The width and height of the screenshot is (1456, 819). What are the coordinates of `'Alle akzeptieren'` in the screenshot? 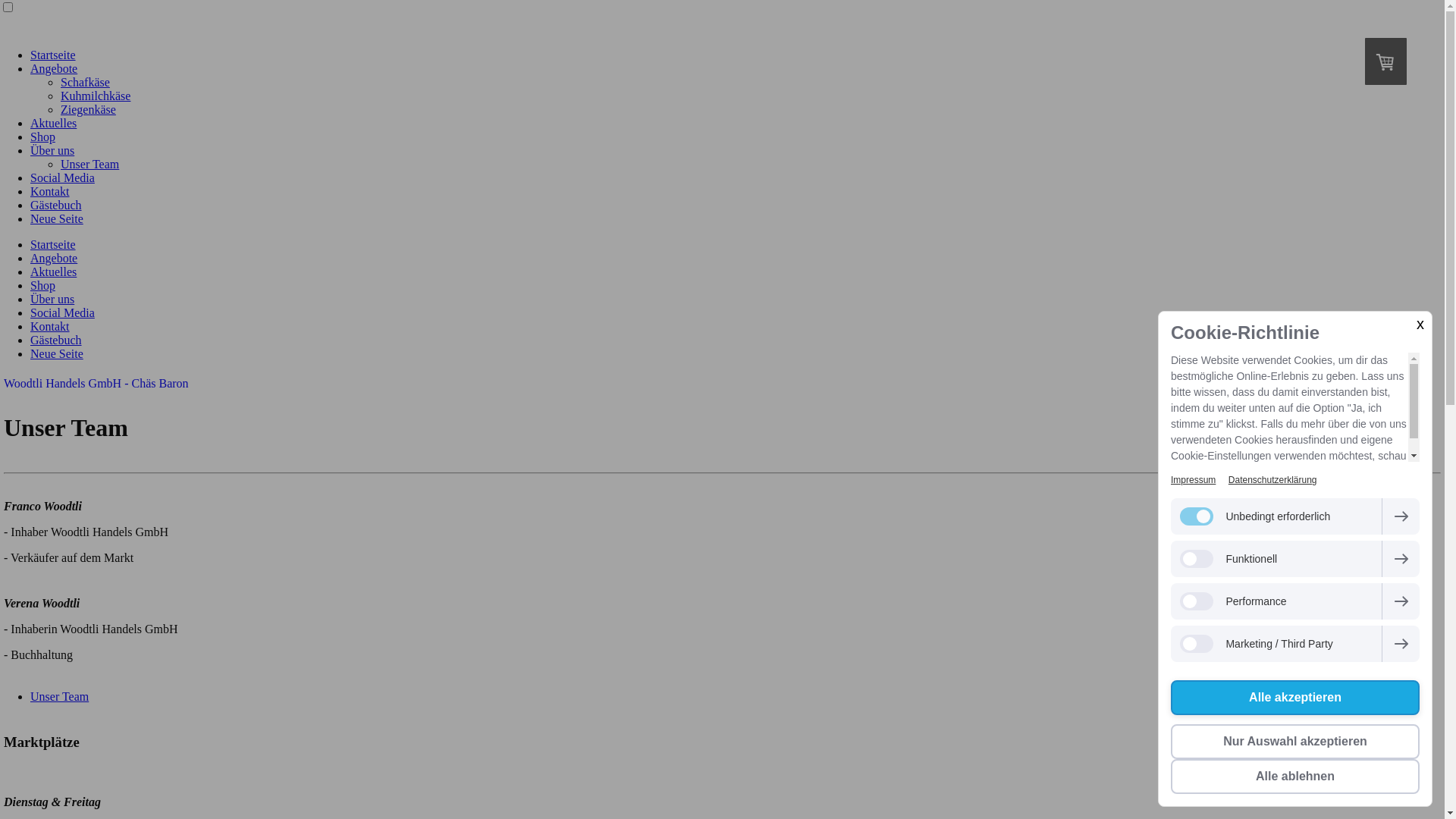 It's located at (1294, 698).